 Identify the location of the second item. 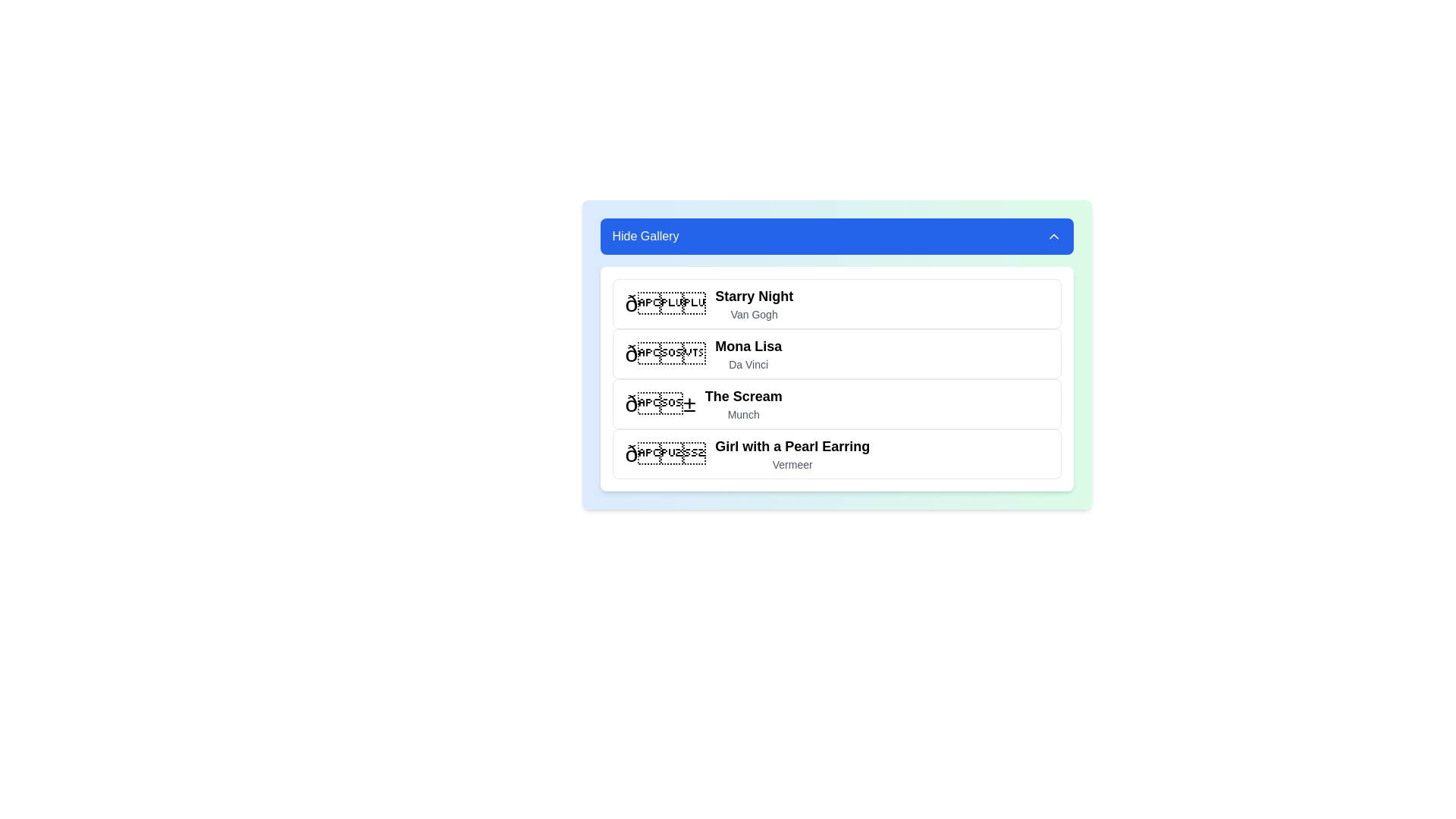
(836, 353).